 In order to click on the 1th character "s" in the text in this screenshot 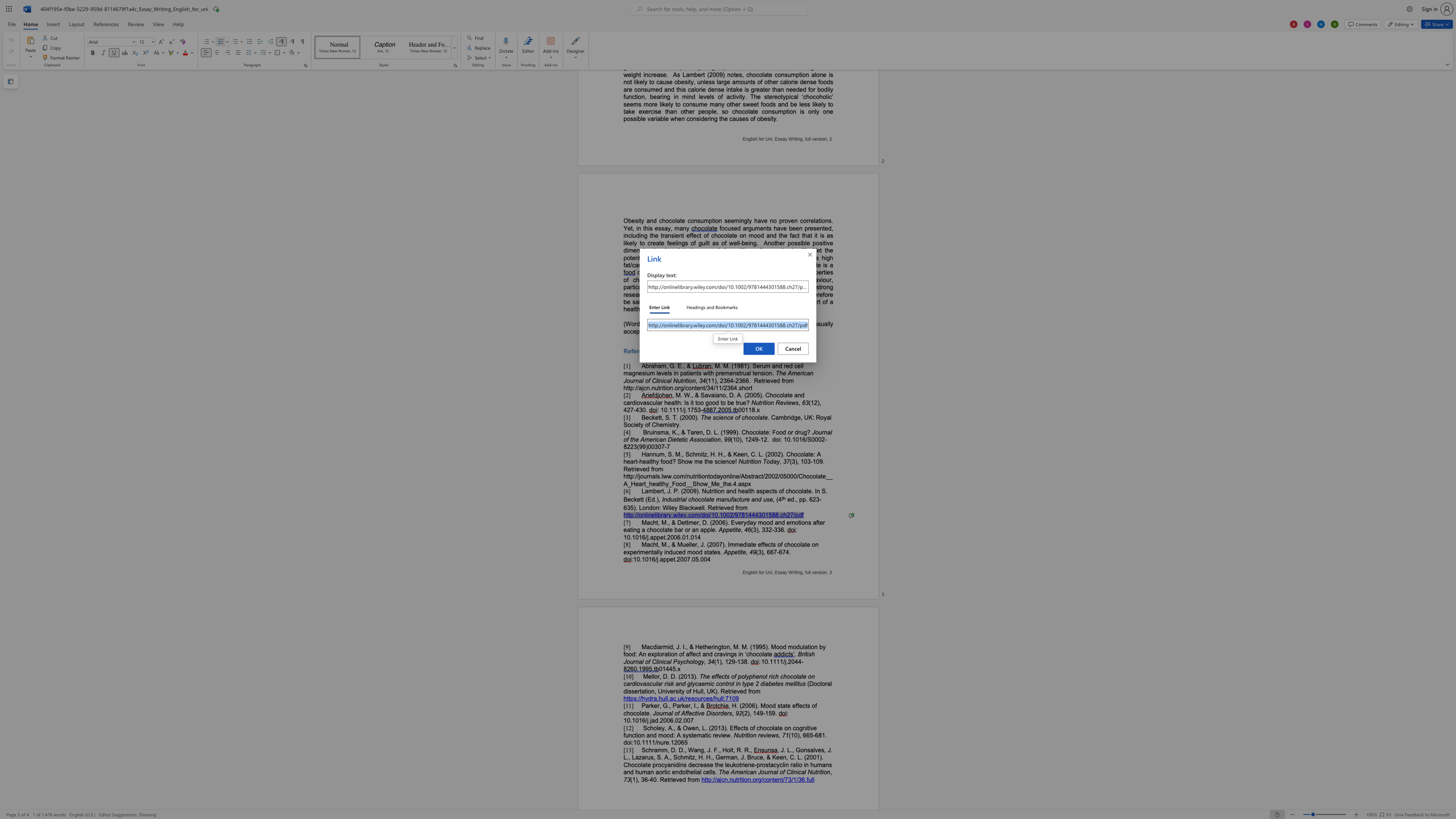, I will do `click(776, 735)`.